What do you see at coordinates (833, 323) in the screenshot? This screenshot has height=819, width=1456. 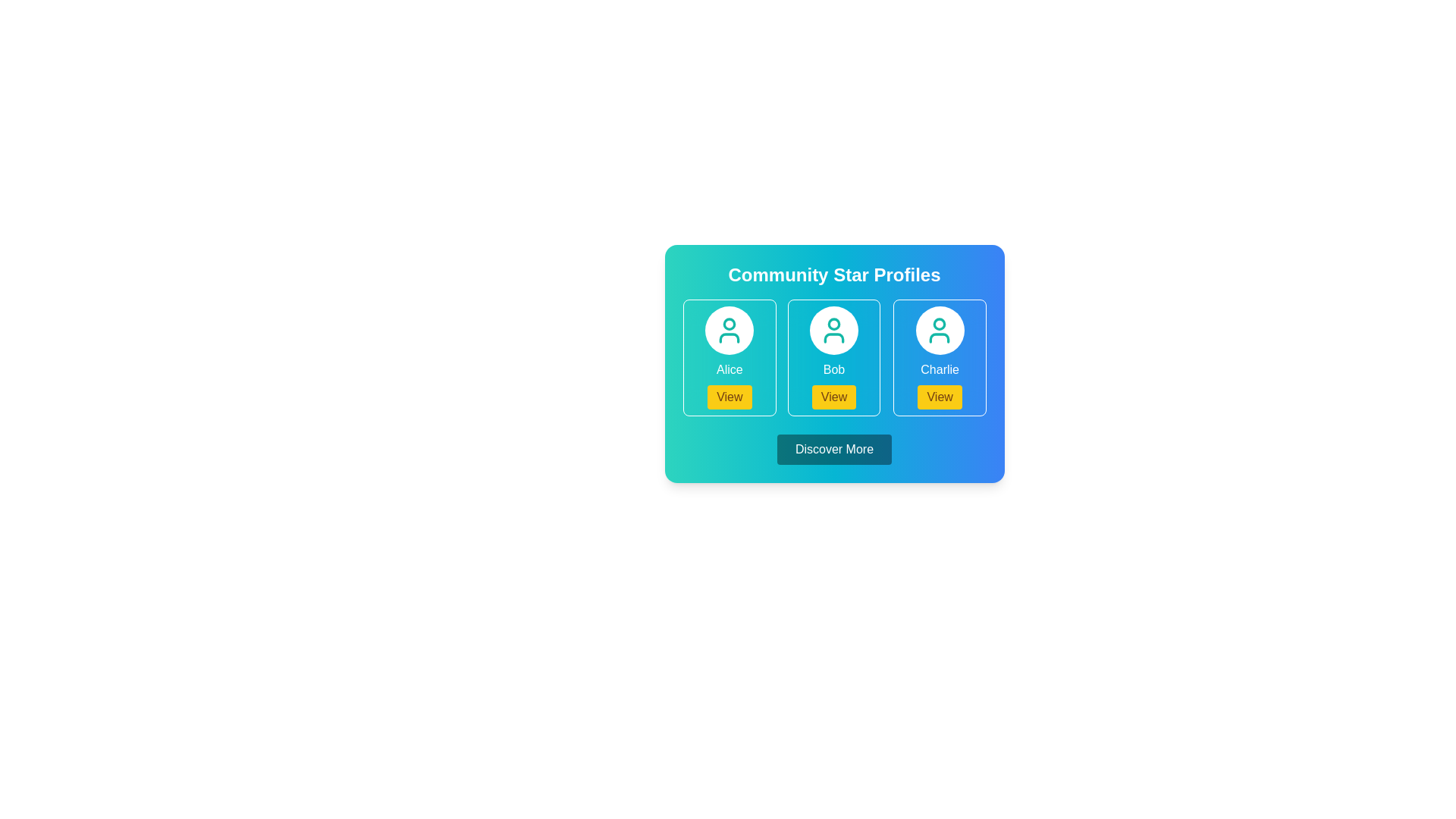 I see `the circular profile icon representing the user 'Bob' located in the middle profile section under 'Community Star Profiles'` at bounding box center [833, 323].